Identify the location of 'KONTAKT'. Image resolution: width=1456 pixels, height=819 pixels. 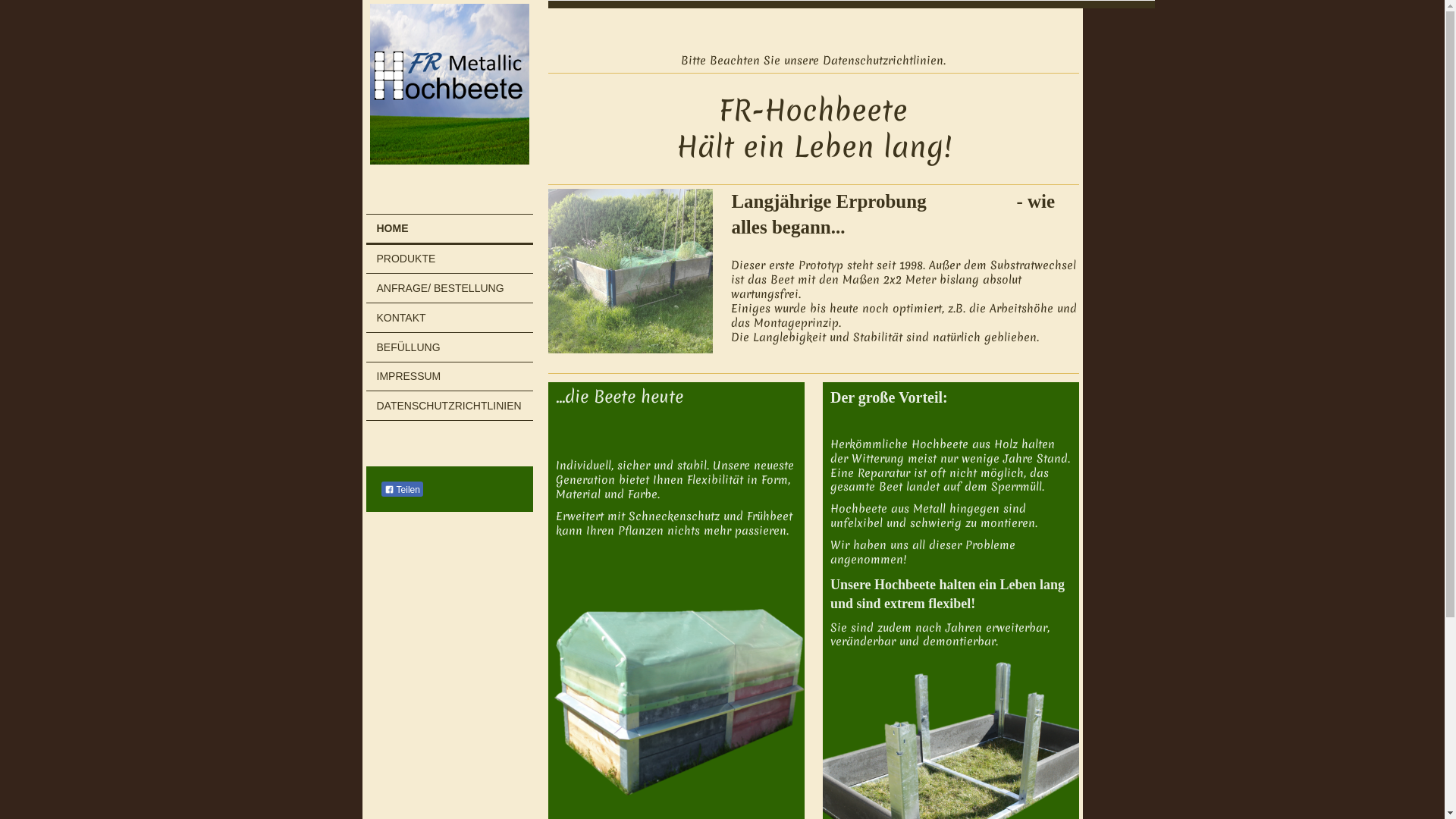
(448, 317).